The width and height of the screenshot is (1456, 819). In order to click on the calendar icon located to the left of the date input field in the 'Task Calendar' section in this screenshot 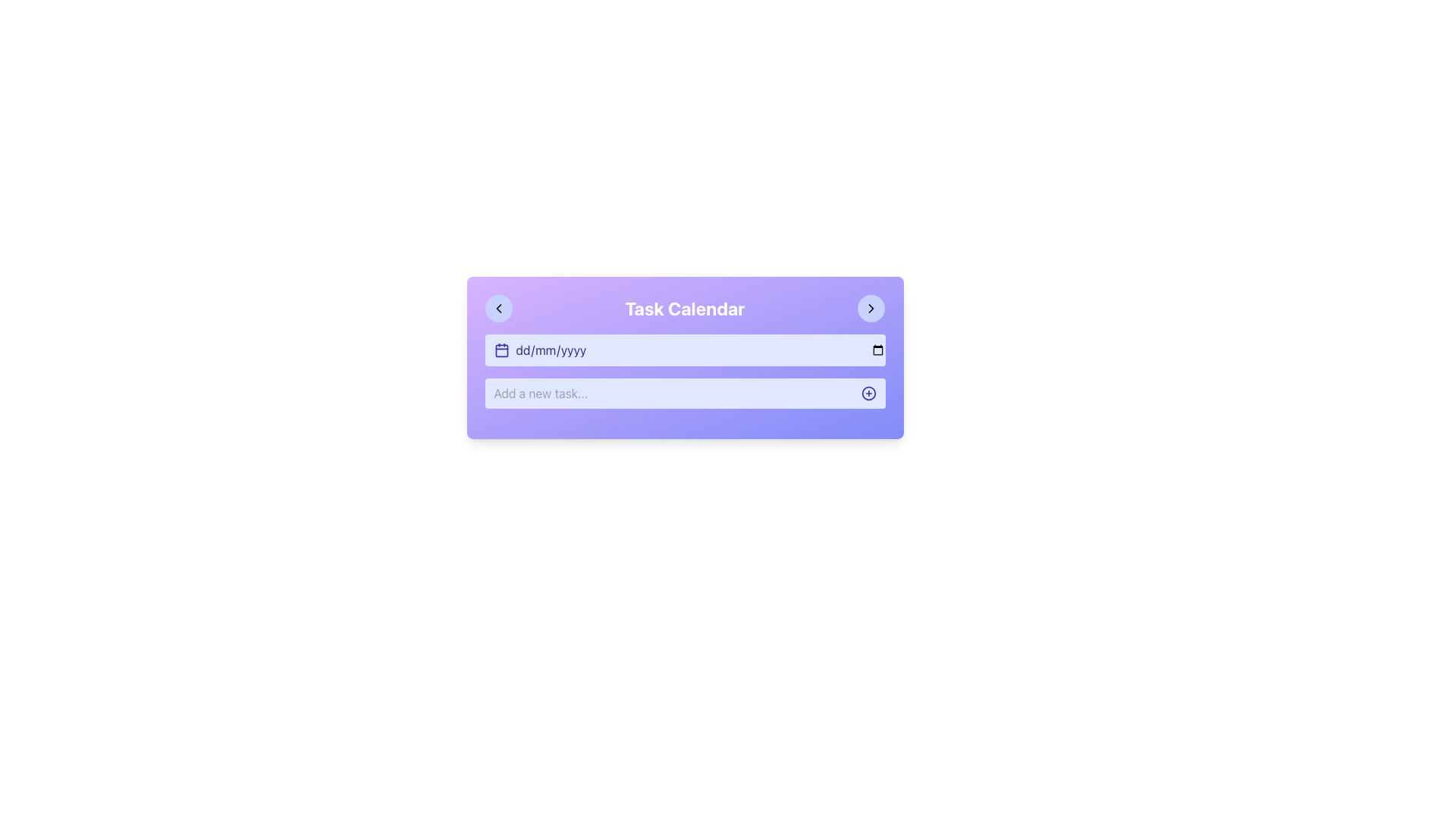, I will do `click(501, 350)`.